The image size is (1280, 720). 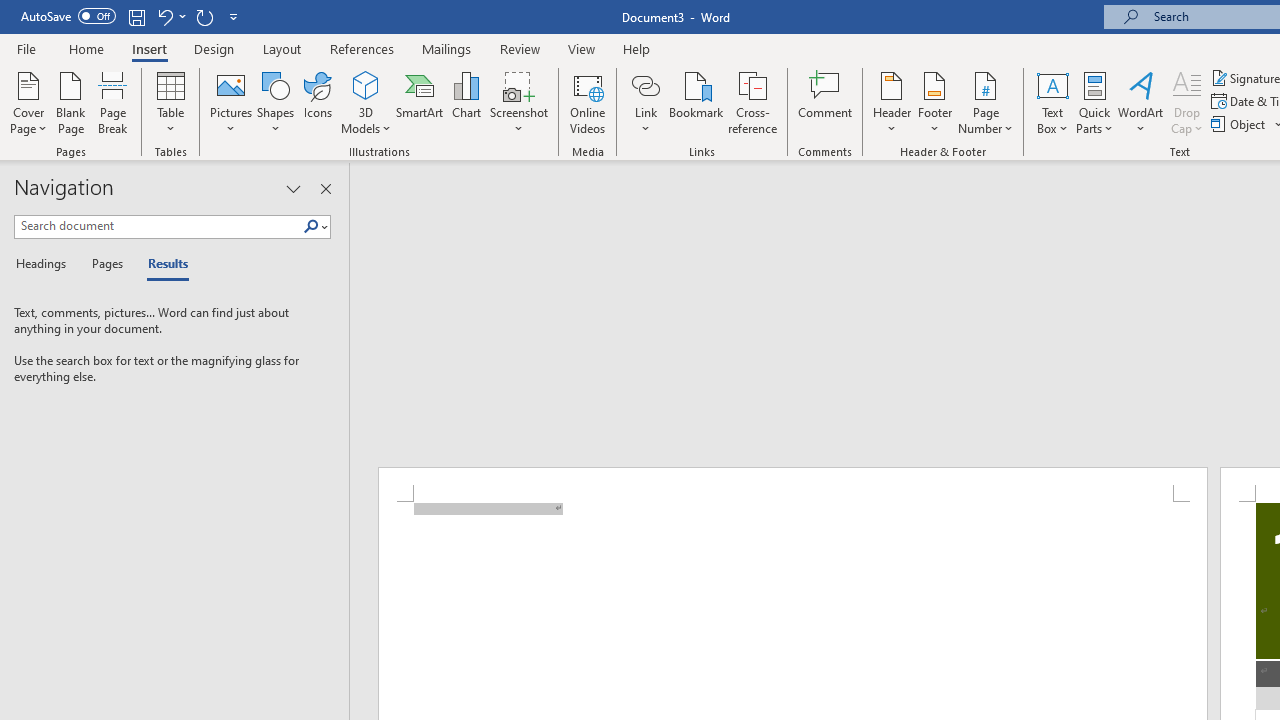 I want to click on '3D Models', so click(x=366, y=103).